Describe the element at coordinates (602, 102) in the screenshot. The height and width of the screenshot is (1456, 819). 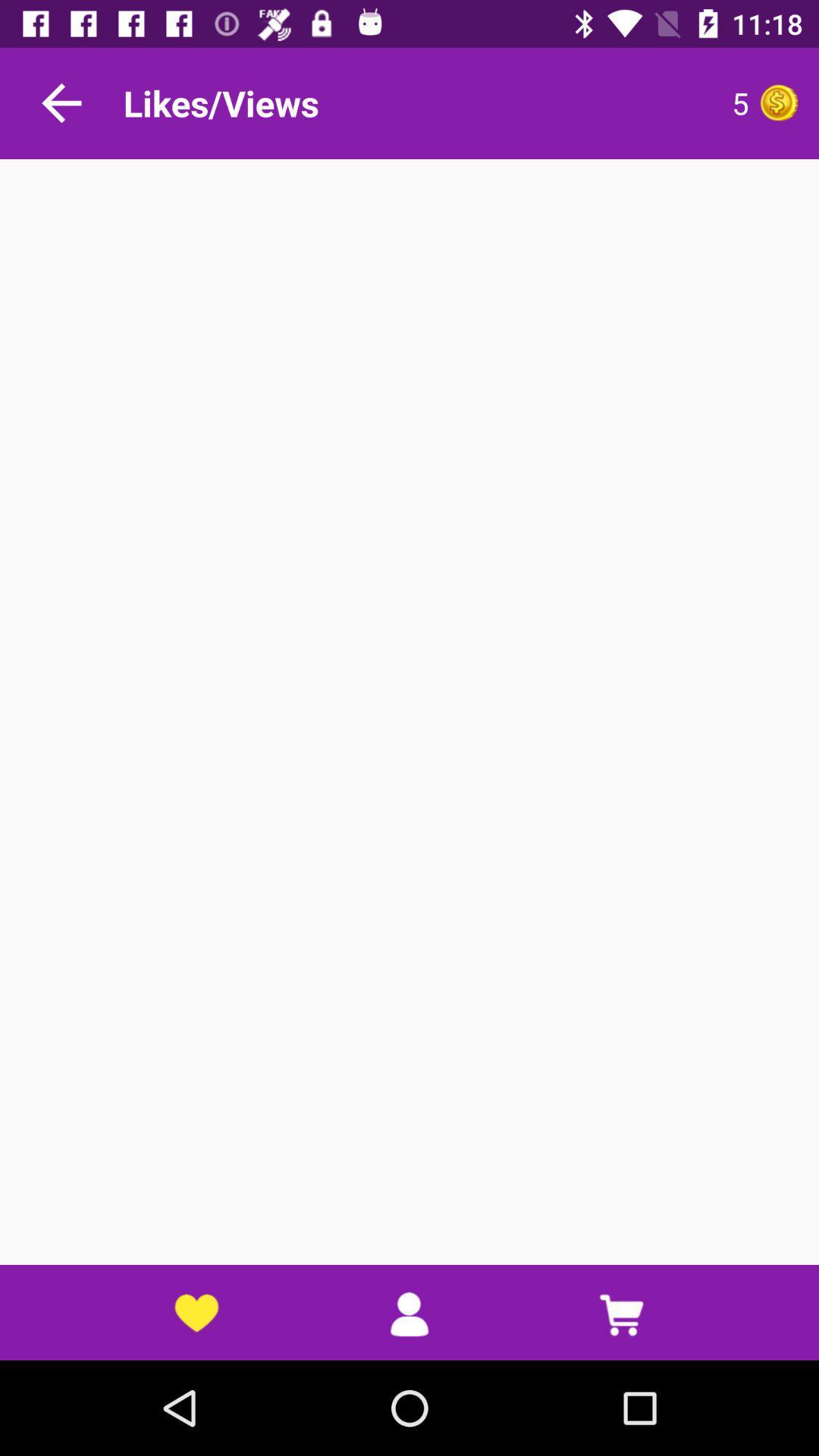
I see `item to the right of likes/views item` at that location.